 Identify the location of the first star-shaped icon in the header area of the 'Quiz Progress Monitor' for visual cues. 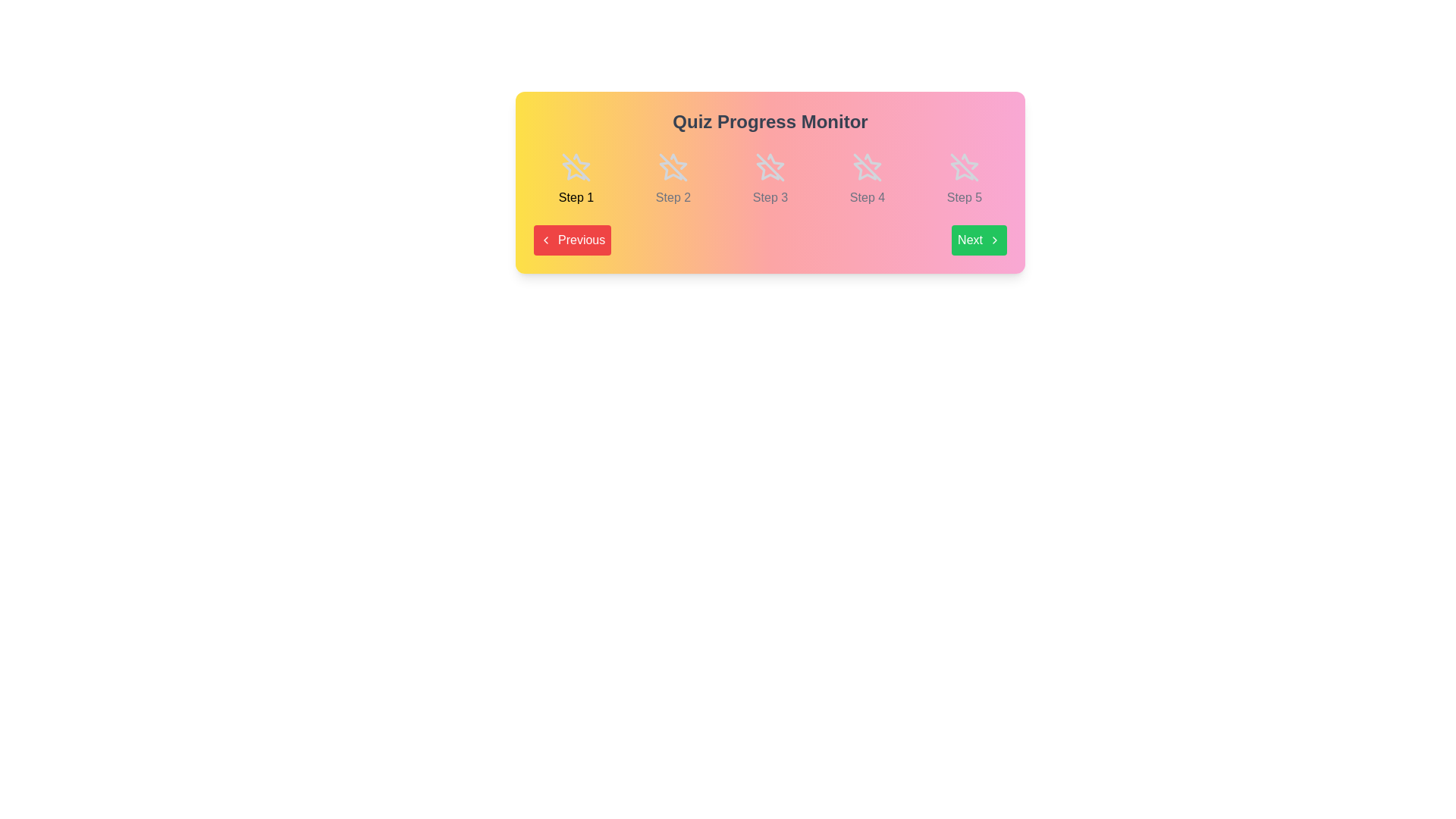
(573, 171).